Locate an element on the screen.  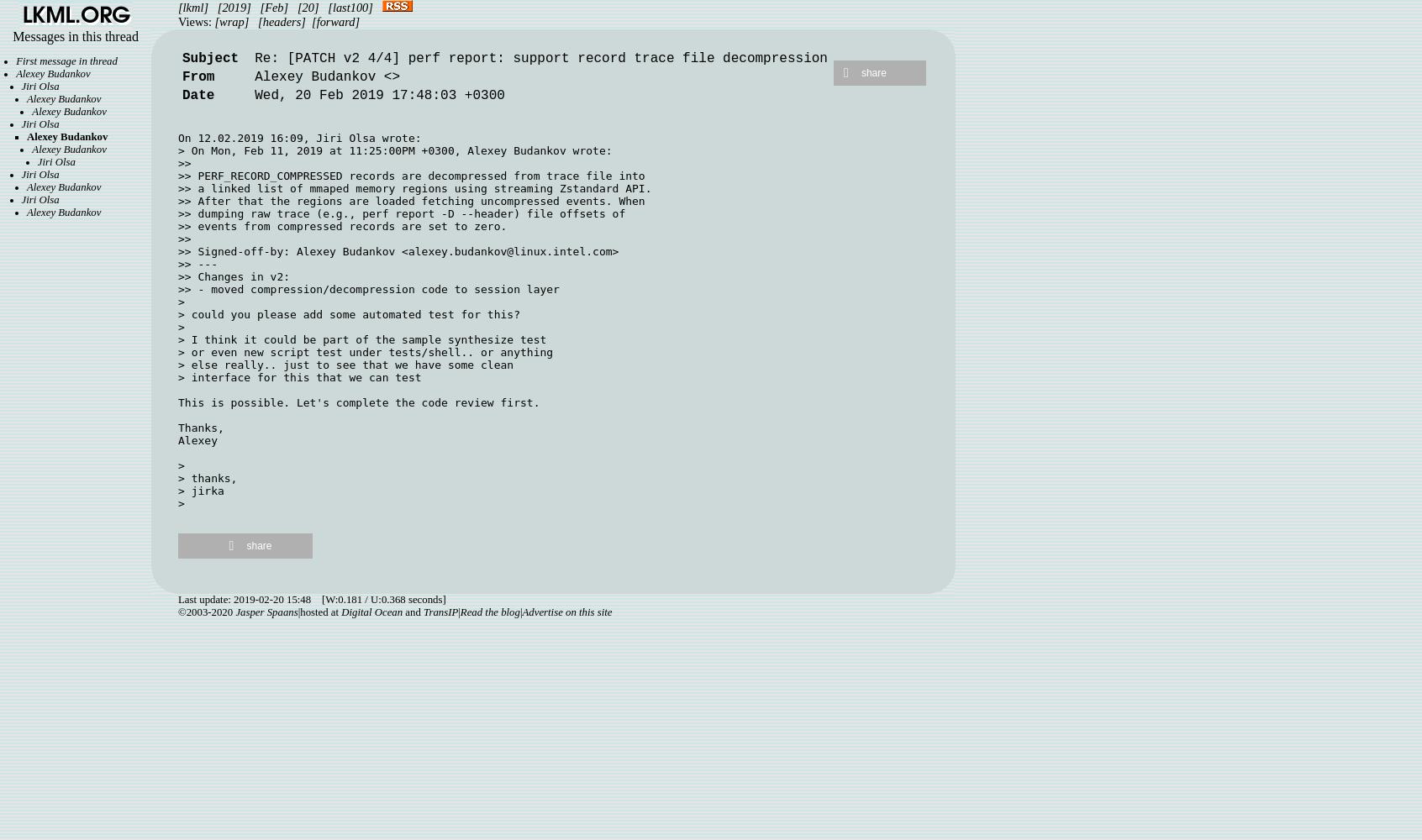
'> interface for this that we can test' is located at coordinates (299, 376).